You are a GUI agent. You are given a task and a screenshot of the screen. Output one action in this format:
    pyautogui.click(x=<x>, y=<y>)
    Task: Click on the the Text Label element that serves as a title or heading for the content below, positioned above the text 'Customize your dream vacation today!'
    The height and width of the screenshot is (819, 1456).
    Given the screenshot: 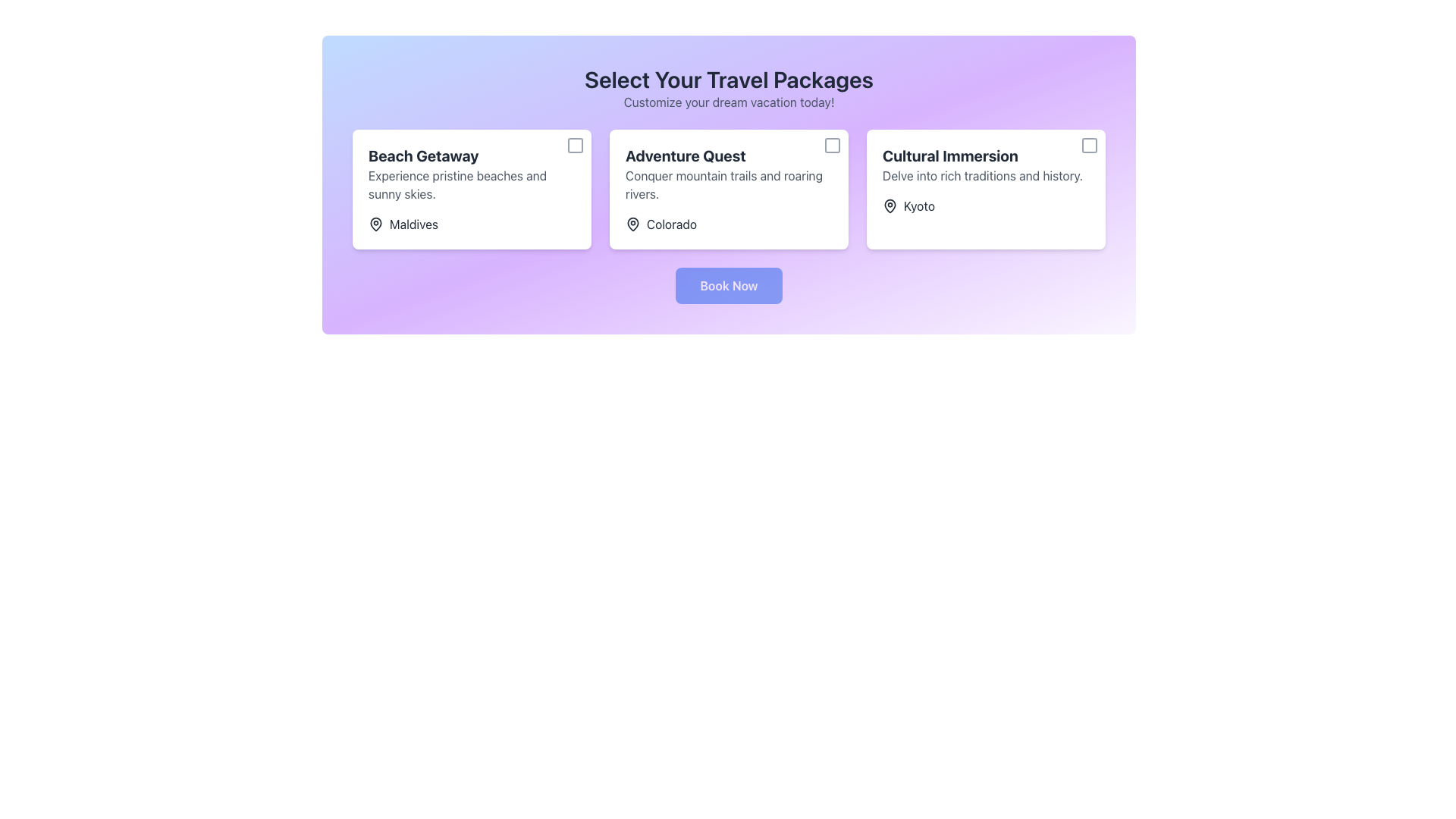 What is the action you would take?
    pyautogui.click(x=729, y=79)
    